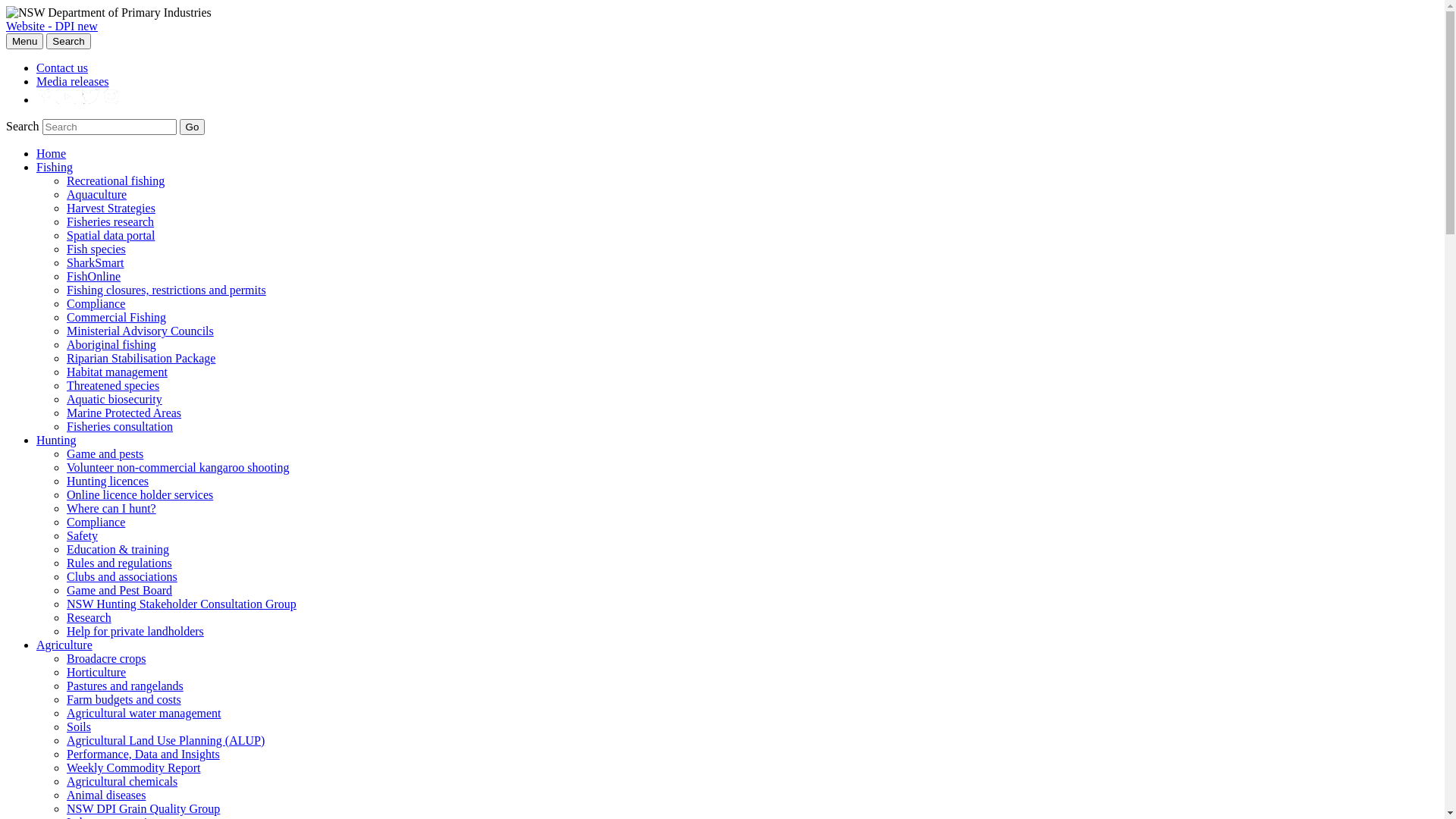 The image size is (1456, 819). What do you see at coordinates (109, 221) in the screenshot?
I see `'Fisheries research'` at bounding box center [109, 221].